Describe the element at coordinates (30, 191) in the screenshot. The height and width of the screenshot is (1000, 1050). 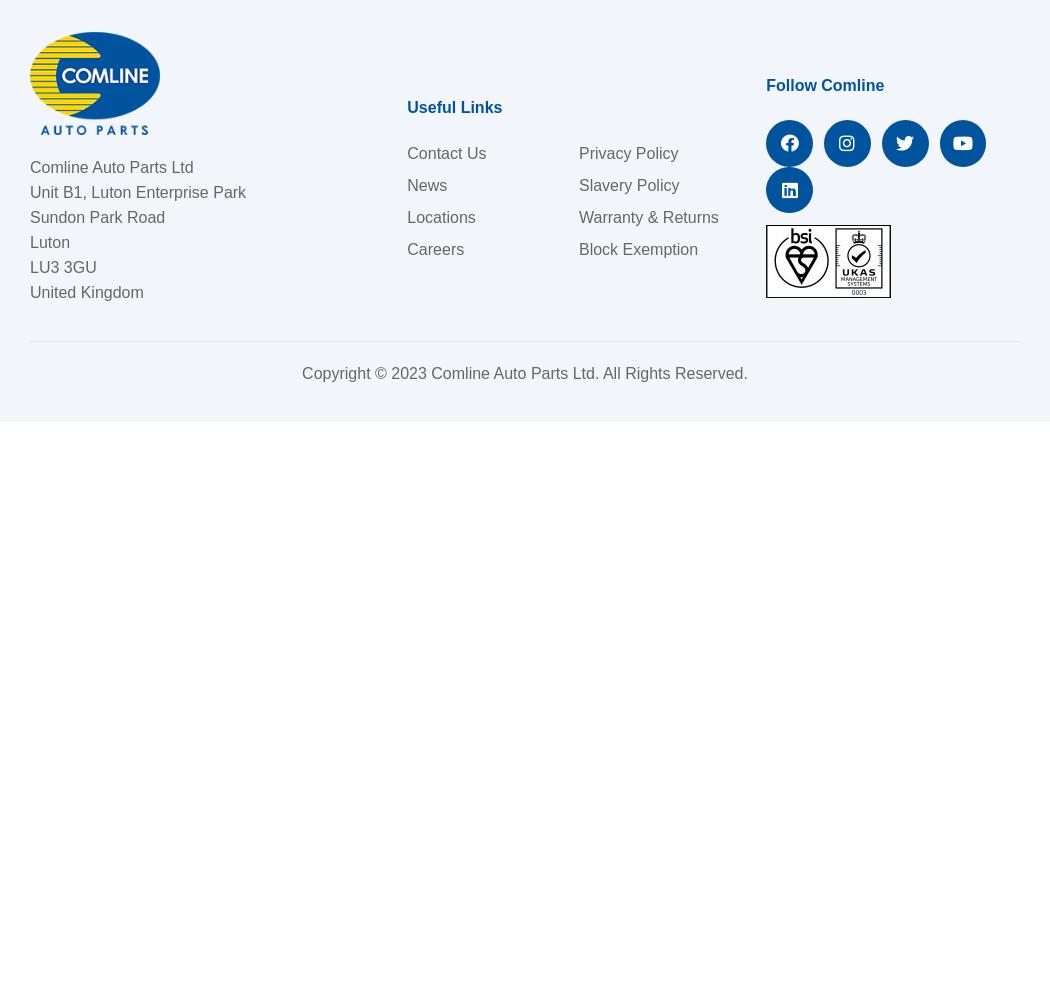
I see `'Unit B1, Luton Enterprise Park'` at that location.